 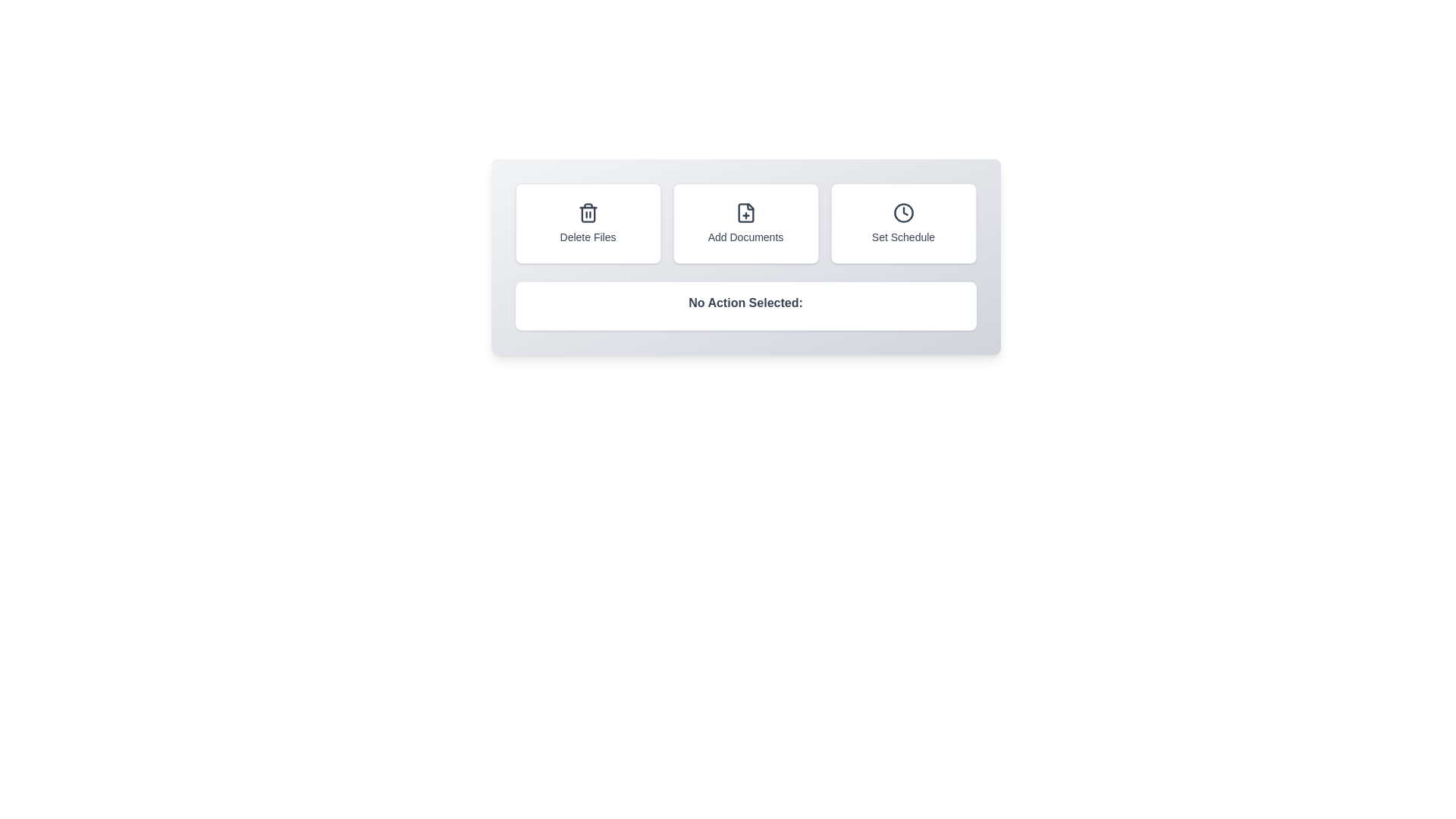 What do you see at coordinates (745, 213) in the screenshot?
I see `the 'Add Documents' button icon, which is a file document with a plus mark, located between the 'Delete Files' and 'Set Schedule' buttons` at bounding box center [745, 213].